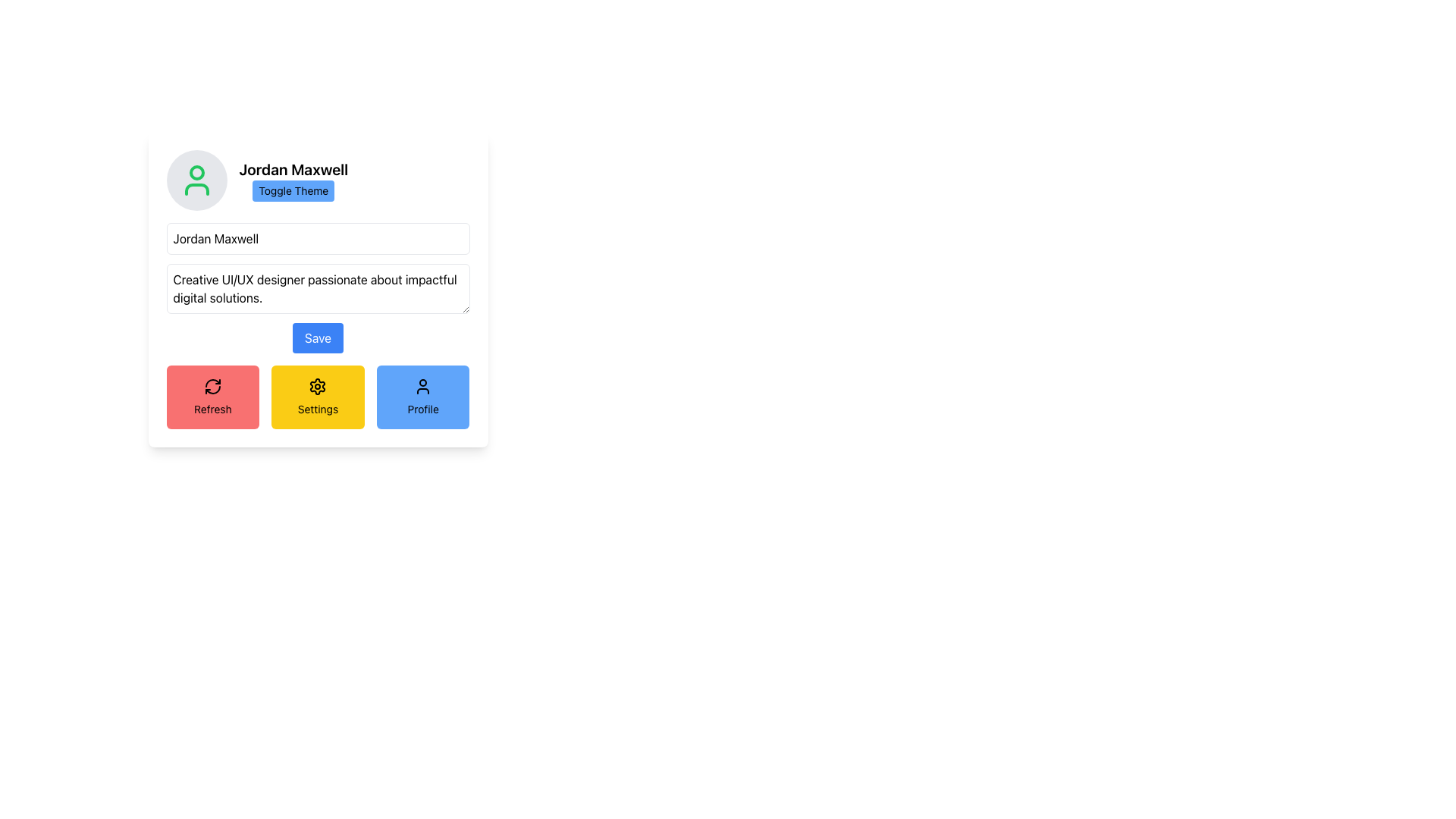  What do you see at coordinates (423, 397) in the screenshot?
I see `the 'Profile' button, which is the third button in a row of three buttons with a light blue background and a rounded-corner design` at bounding box center [423, 397].